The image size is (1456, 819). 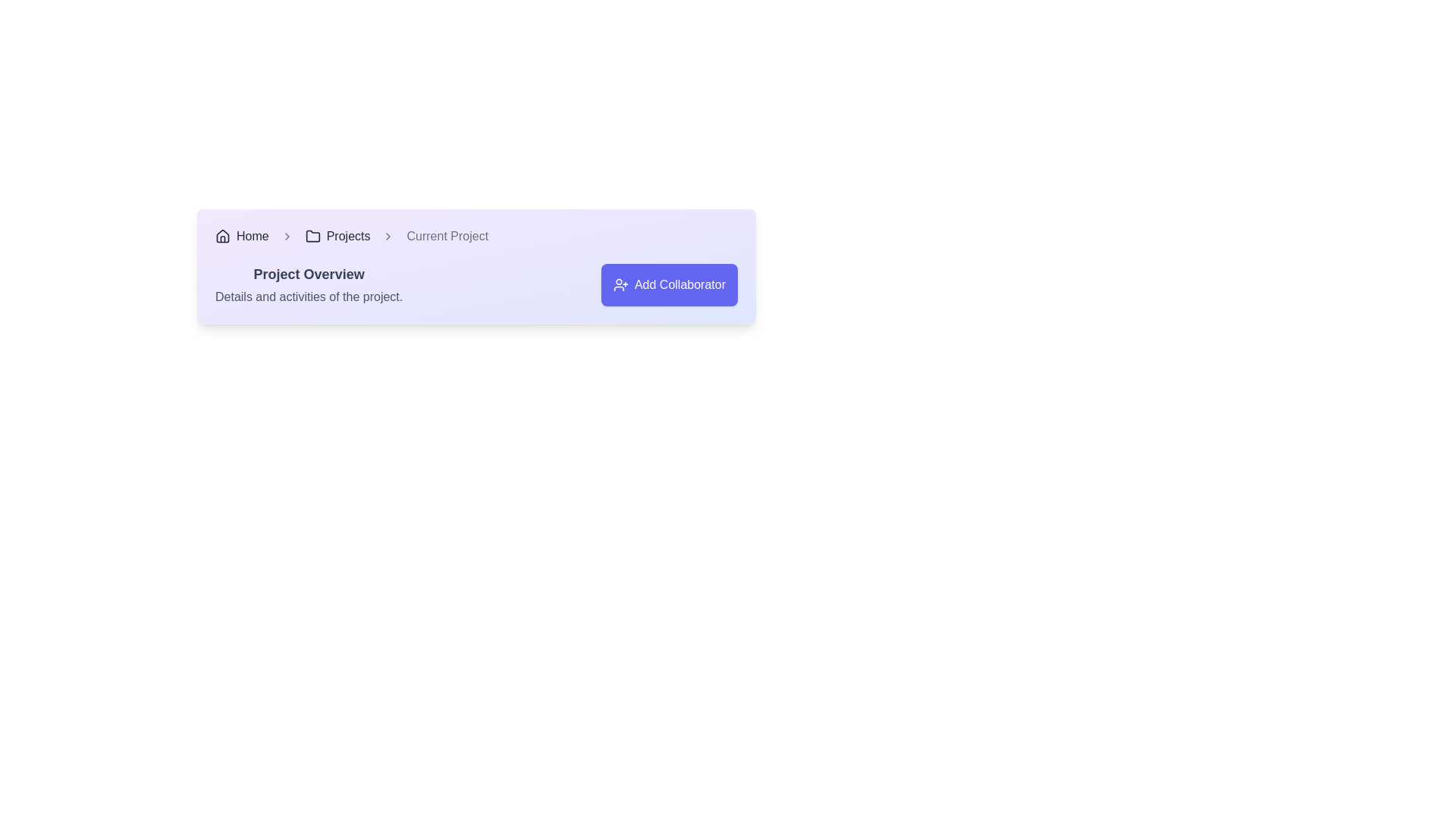 What do you see at coordinates (447, 237) in the screenshot?
I see `the 'Current Project' text label in the breadcrumb navigation, which is styled in medium gray and positioned to the right of the 'Projects' text` at bounding box center [447, 237].